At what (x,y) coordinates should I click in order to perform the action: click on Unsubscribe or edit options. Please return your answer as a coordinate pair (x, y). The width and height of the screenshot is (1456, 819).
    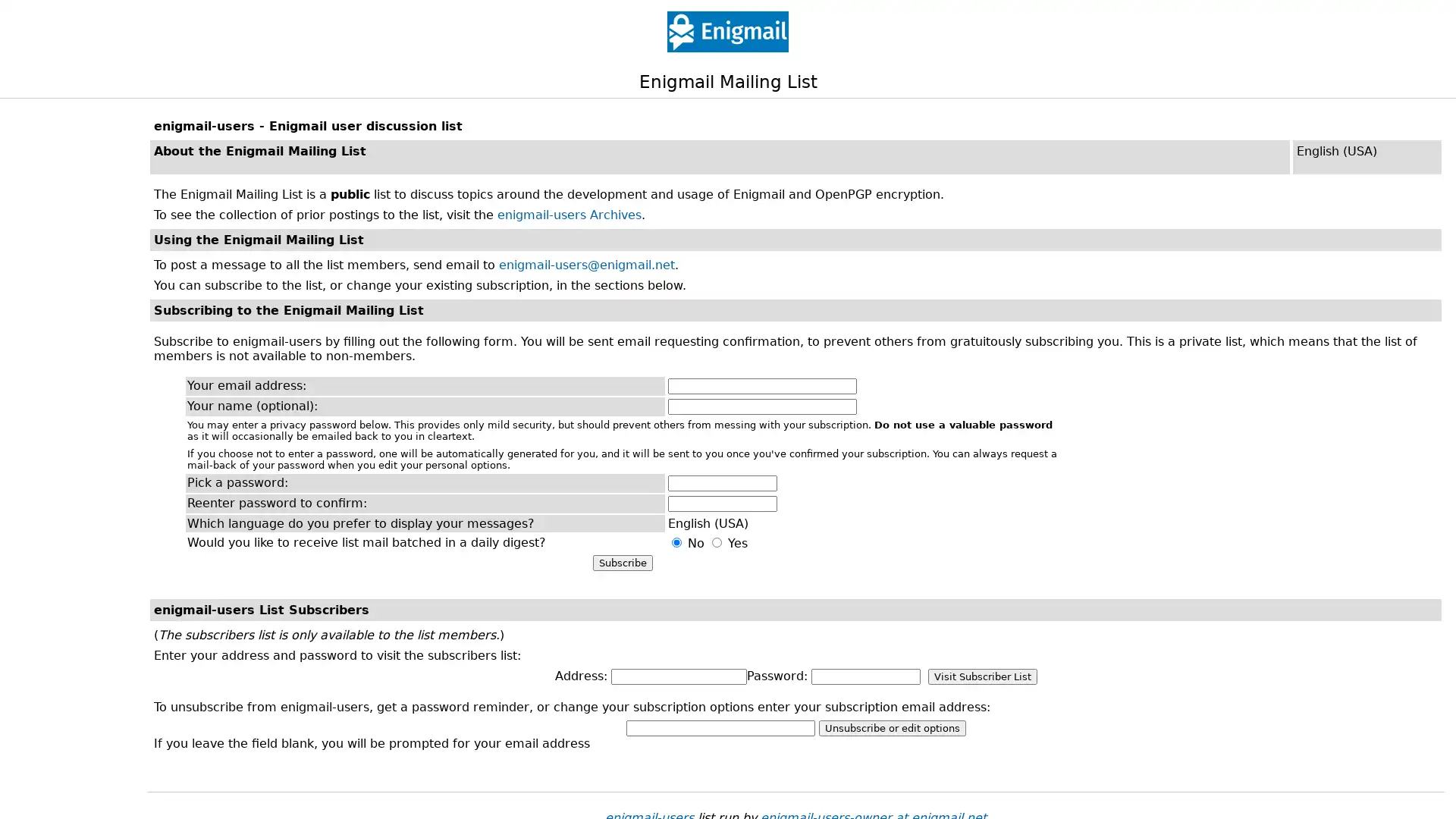
    Looking at the image, I should click on (892, 727).